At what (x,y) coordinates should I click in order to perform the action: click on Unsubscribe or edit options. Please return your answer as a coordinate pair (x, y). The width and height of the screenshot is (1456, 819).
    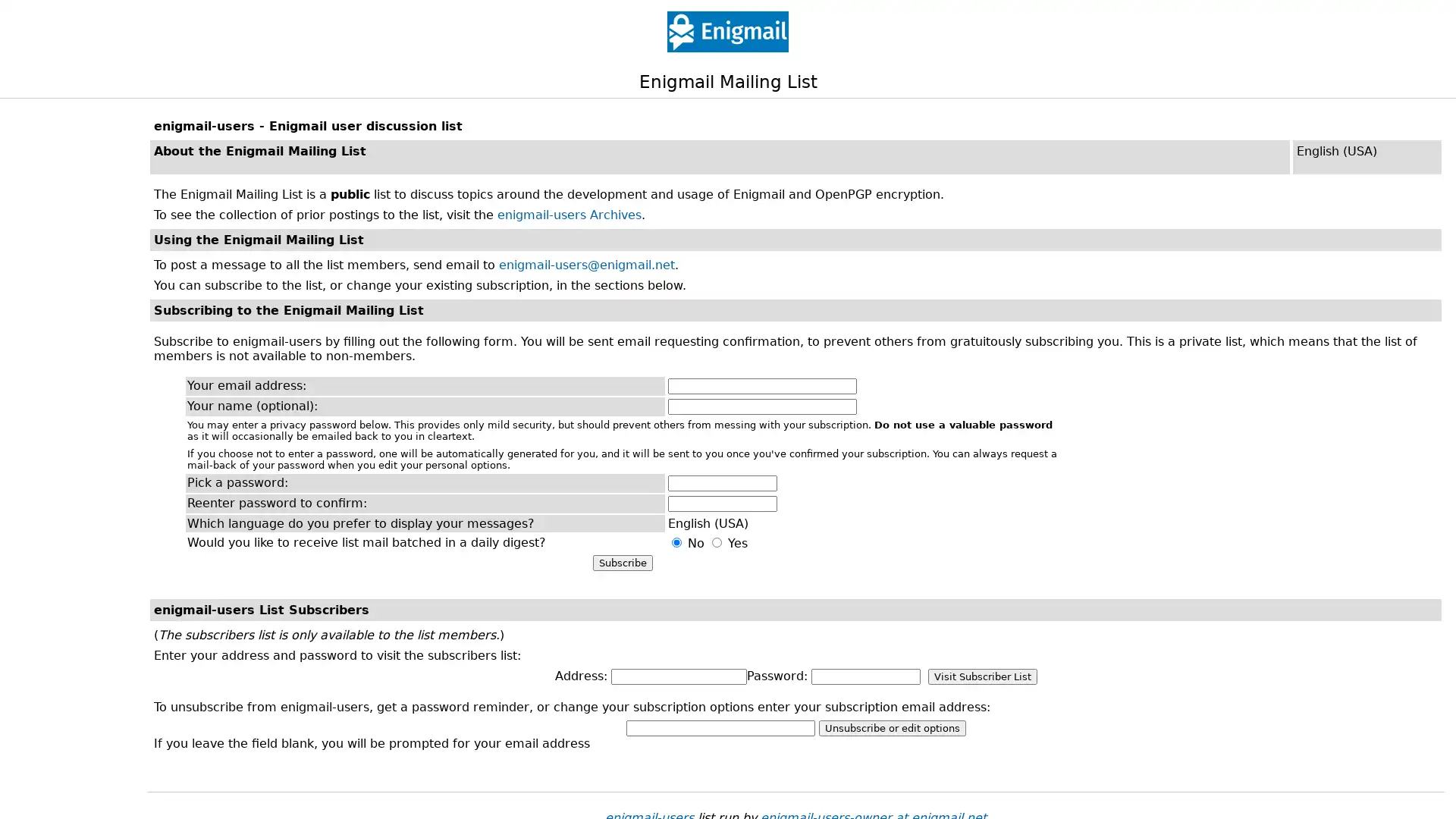
    Looking at the image, I should click on (892, 727).